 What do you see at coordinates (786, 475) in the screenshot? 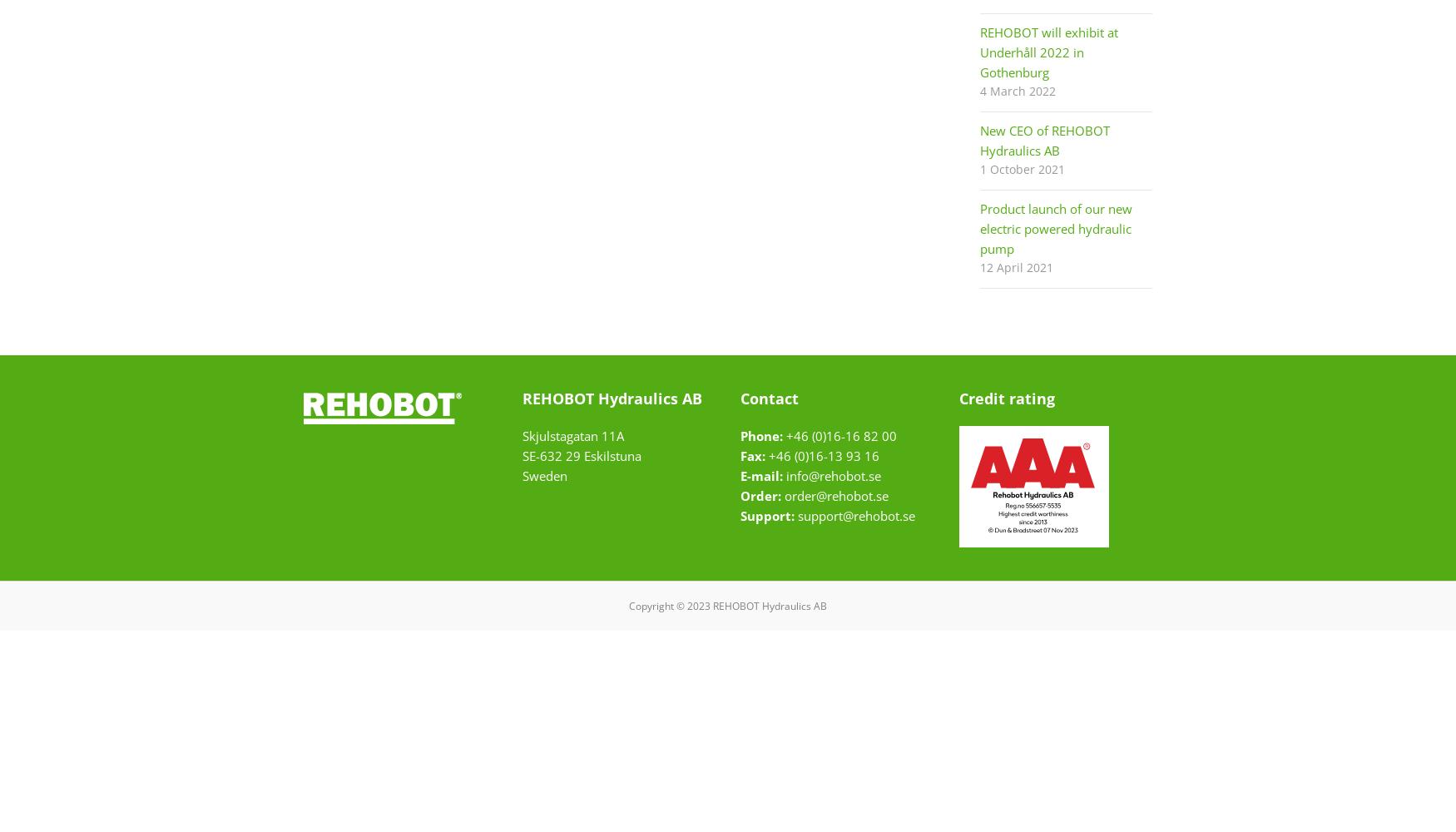
I see `'info@rehobot.se'` at bounding box center [786, 475].